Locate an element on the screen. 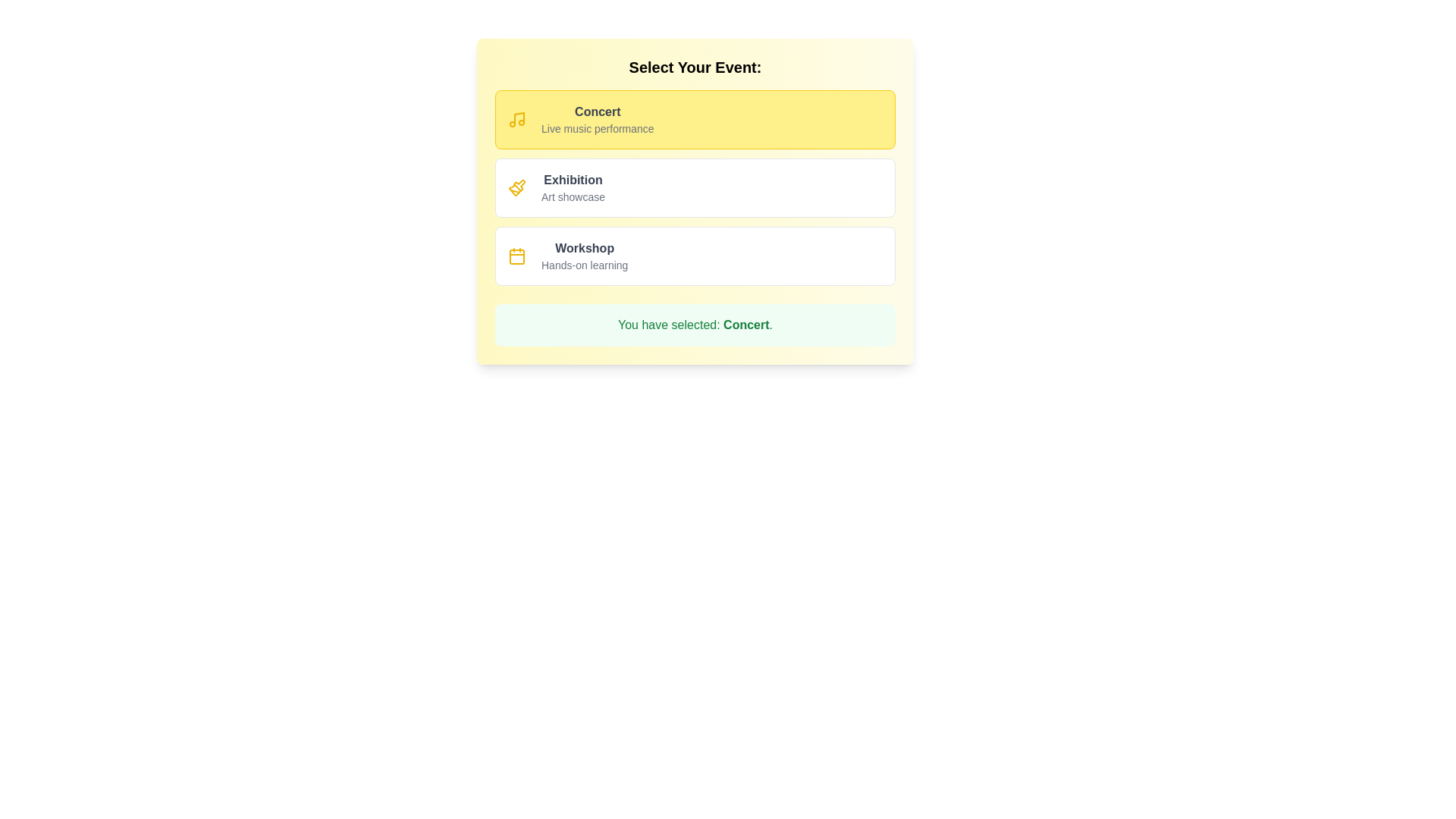 The width and height of the screenshot is (1456, 819). the text display that indicates the type or name of a selectable event option, located in the third rectangular option of the vertical list, positioned below 'Exhibition' is located at coordinates (584, 256).